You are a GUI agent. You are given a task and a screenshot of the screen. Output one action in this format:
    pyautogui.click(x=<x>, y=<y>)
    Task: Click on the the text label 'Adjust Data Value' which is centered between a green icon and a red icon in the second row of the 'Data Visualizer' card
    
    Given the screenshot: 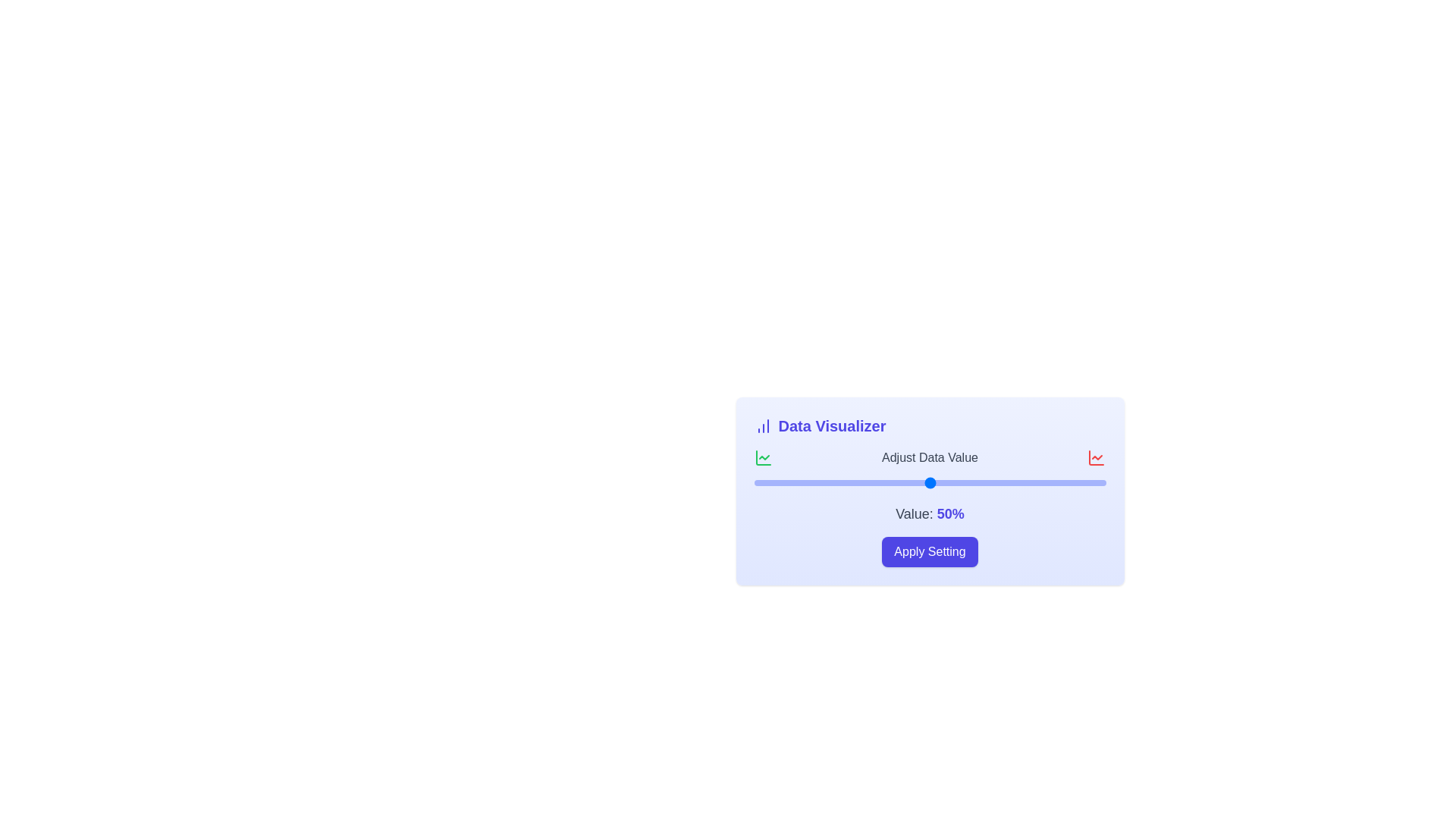 What is the action you would take?
    pyautogui.click(x=929, y=457)
    